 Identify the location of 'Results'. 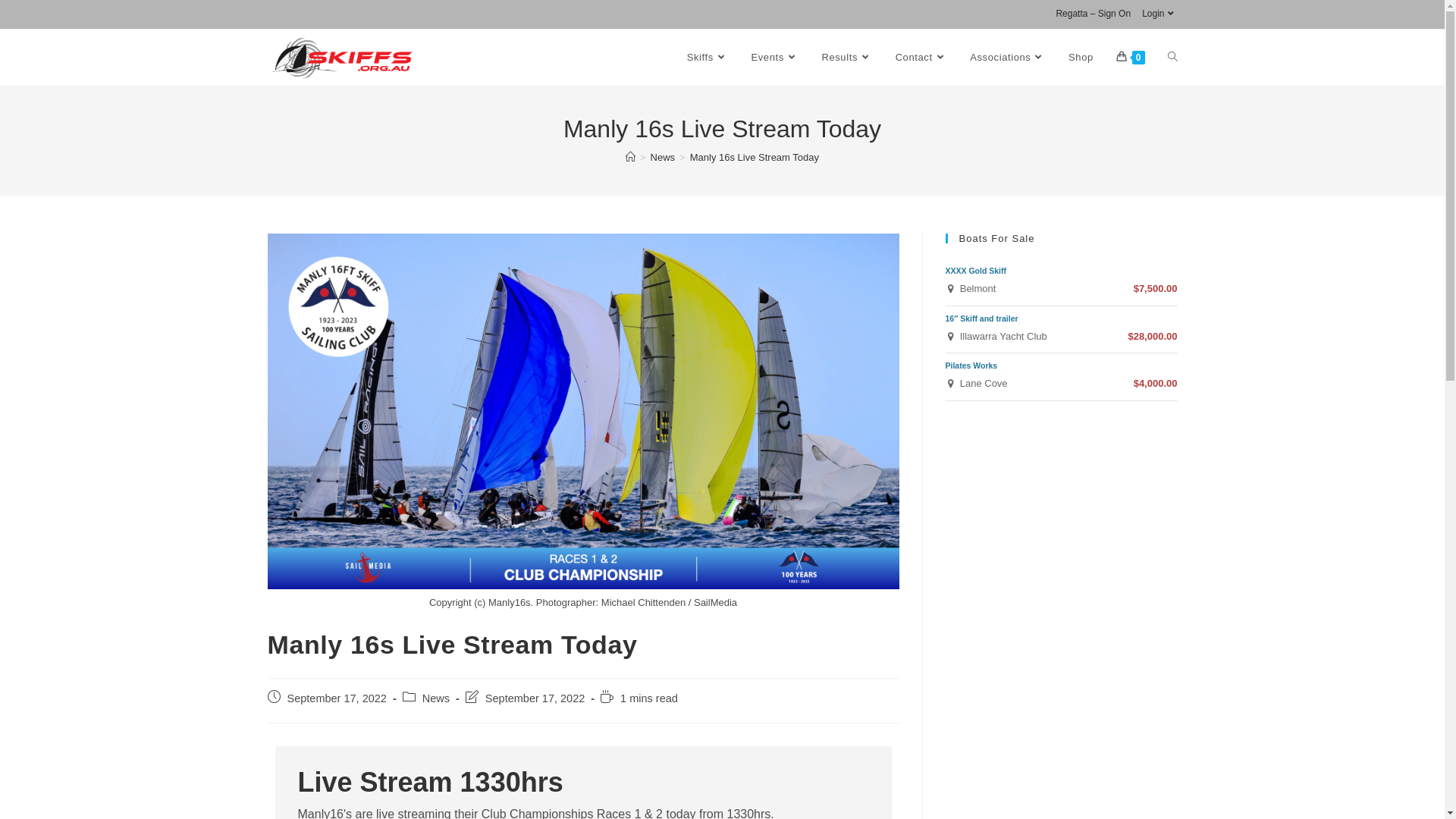
(809, 57).